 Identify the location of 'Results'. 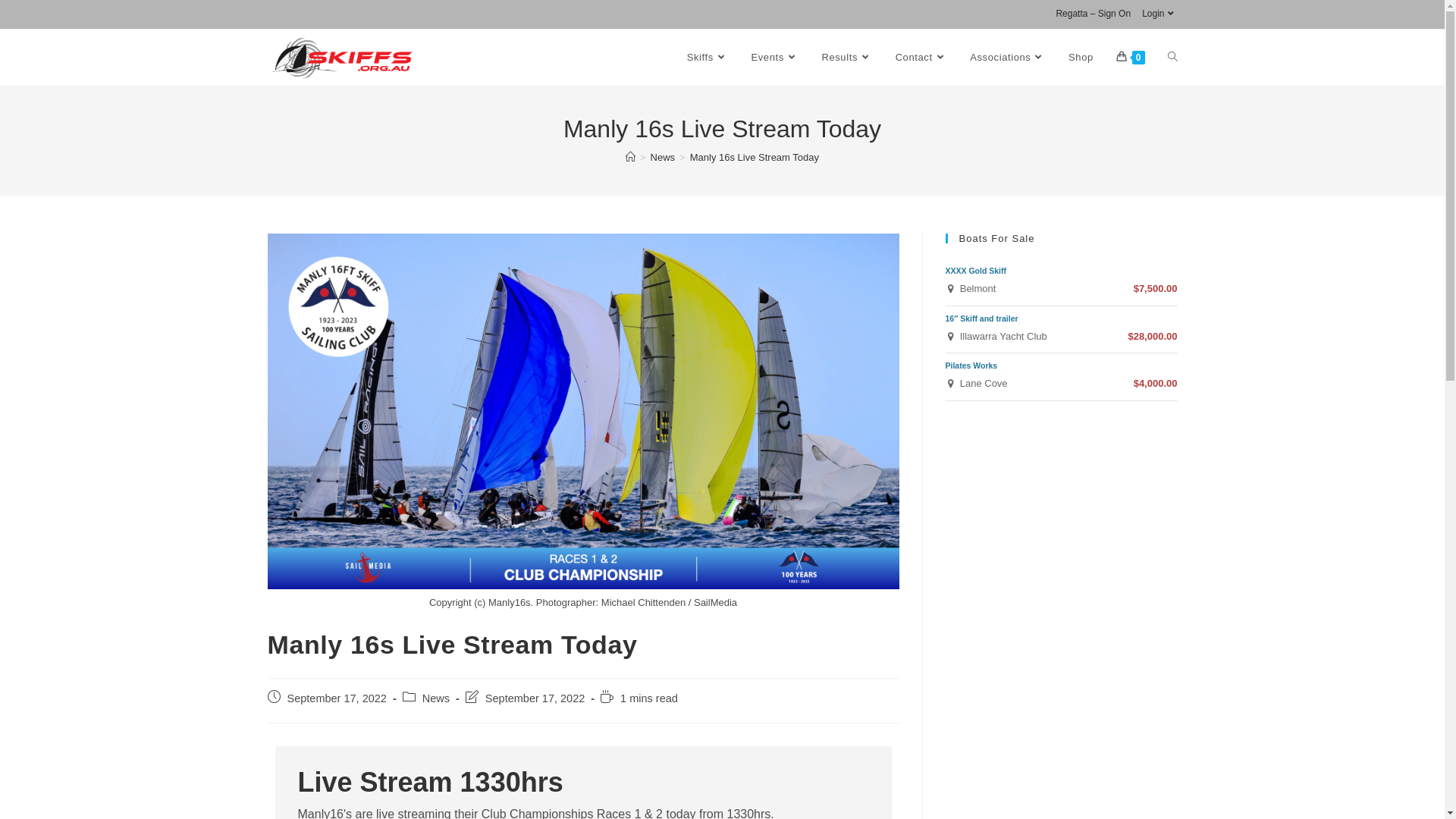
(809, 57).